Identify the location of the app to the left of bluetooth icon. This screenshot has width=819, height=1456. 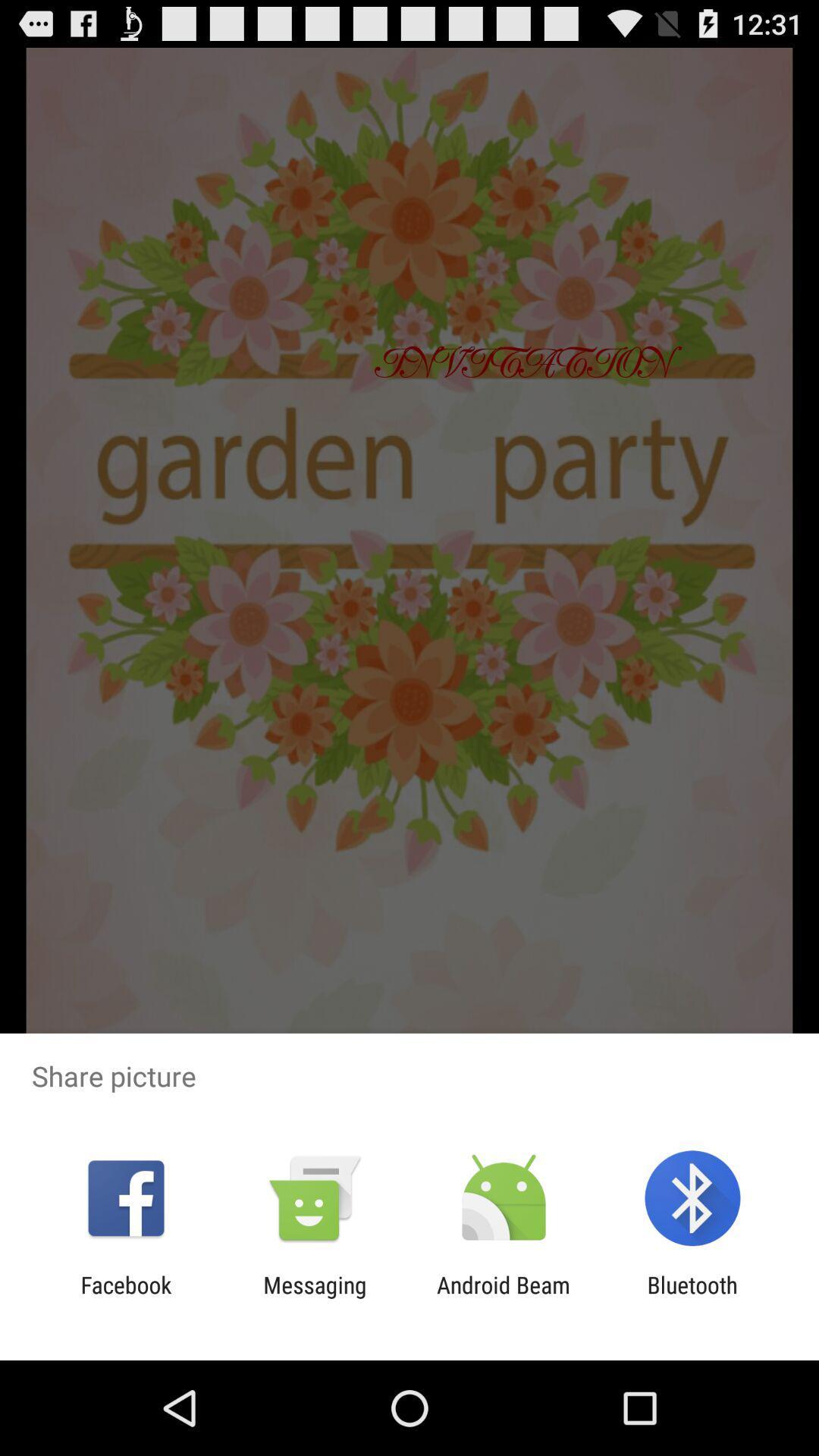
(504, 1298).